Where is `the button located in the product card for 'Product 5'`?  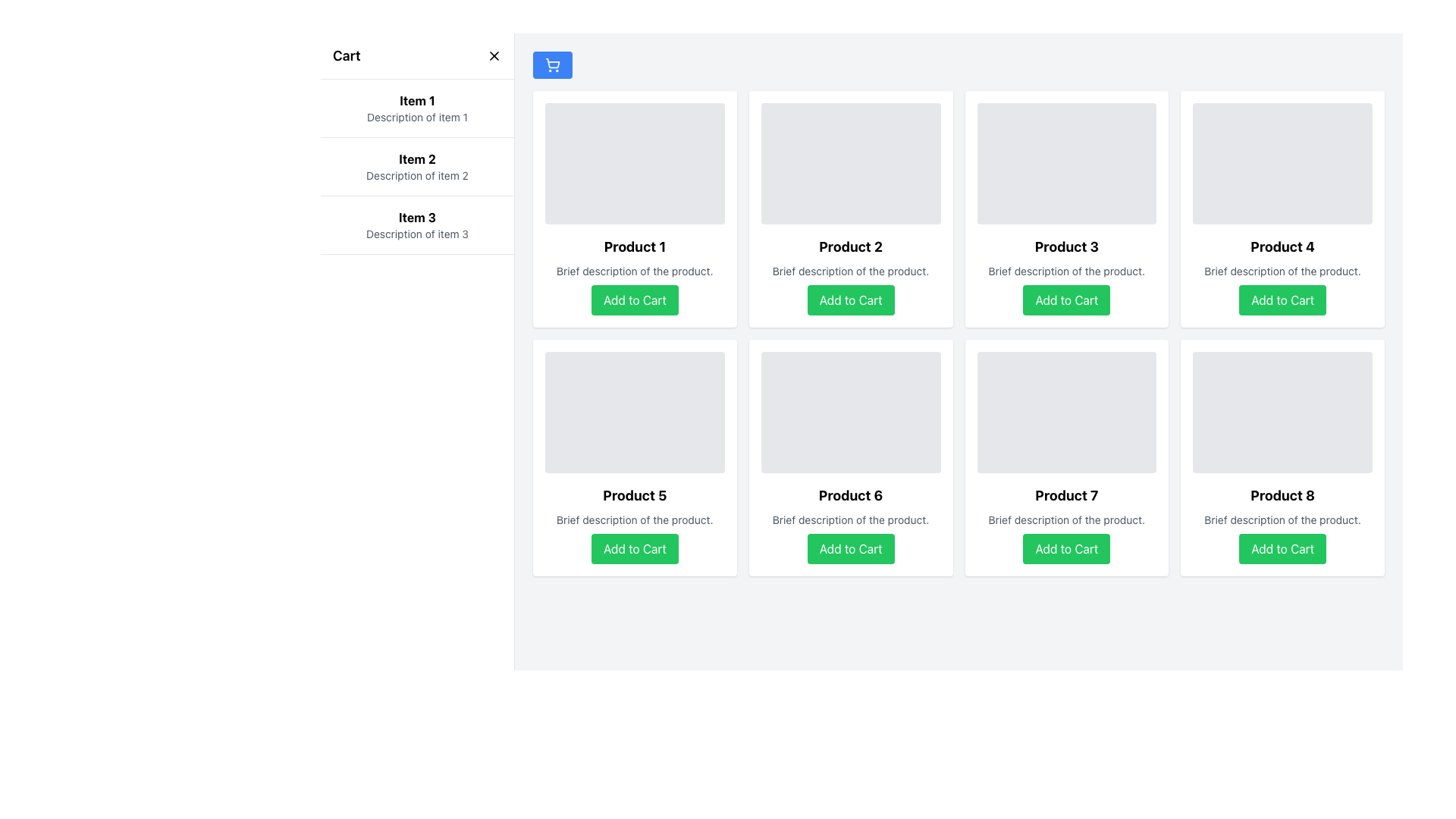 the button located in the product card for 'Product 5' is located at coordinates (635, 549).